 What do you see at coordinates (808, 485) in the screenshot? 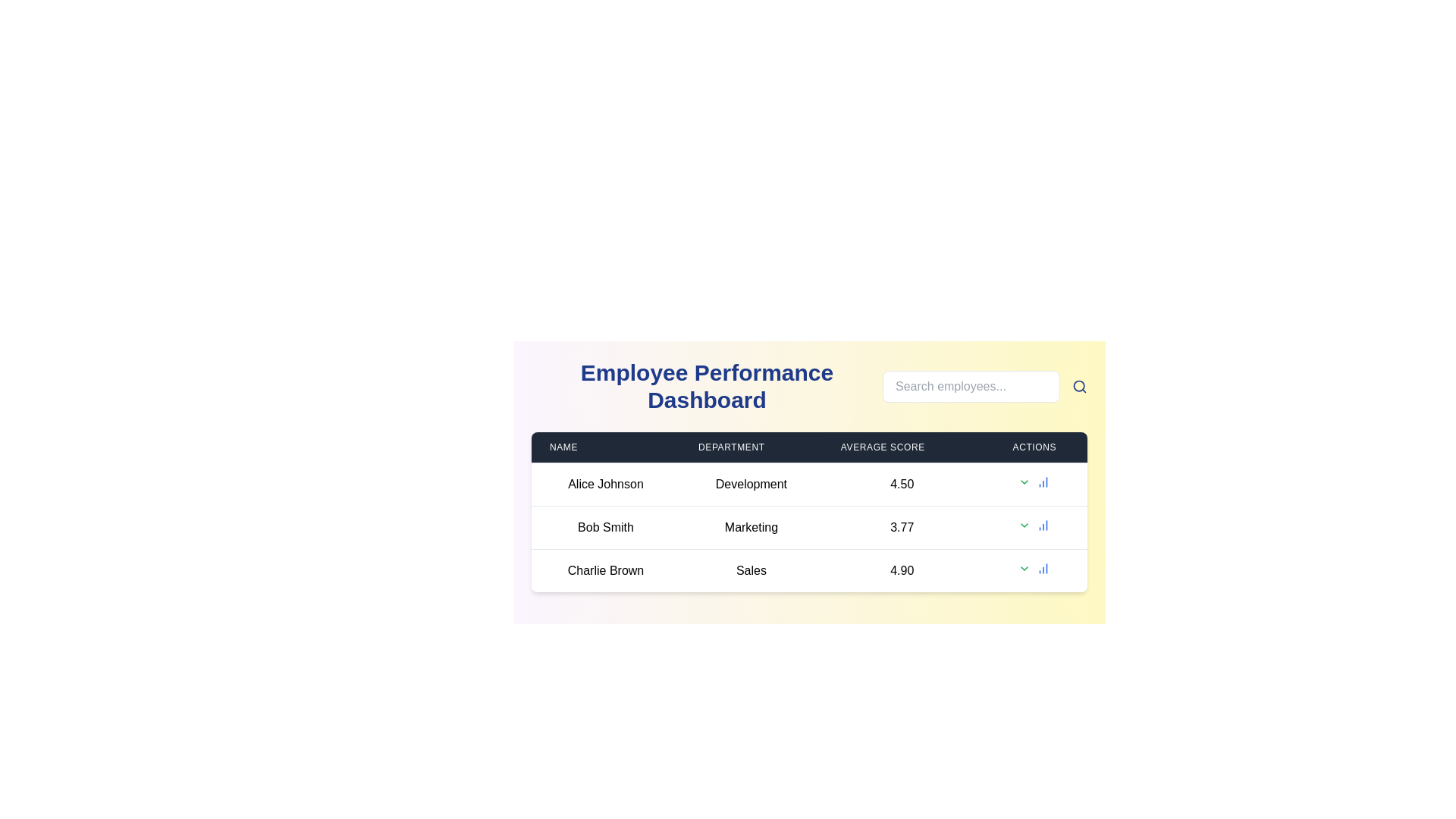
I see `details of the table row for 'Alice Johnson', which includes her name, department, and score` at bounding box center [808, 485].